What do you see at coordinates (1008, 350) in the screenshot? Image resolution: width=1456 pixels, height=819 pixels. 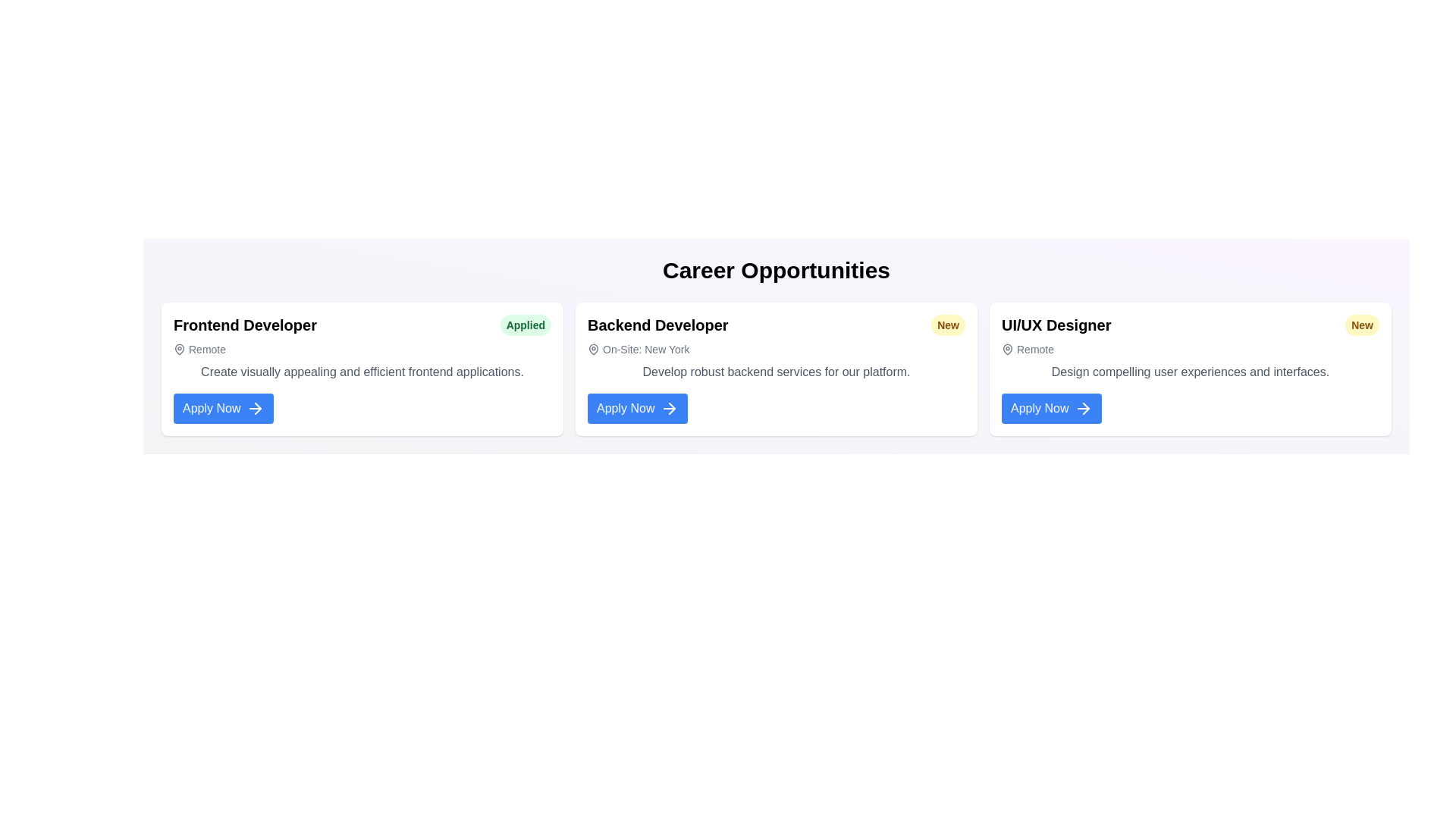 I see `the 'Remote' icon in the 'UI/UX Designer' job card, which is located to the left of the text 'Remote'` at bounding box center [1008, 350].